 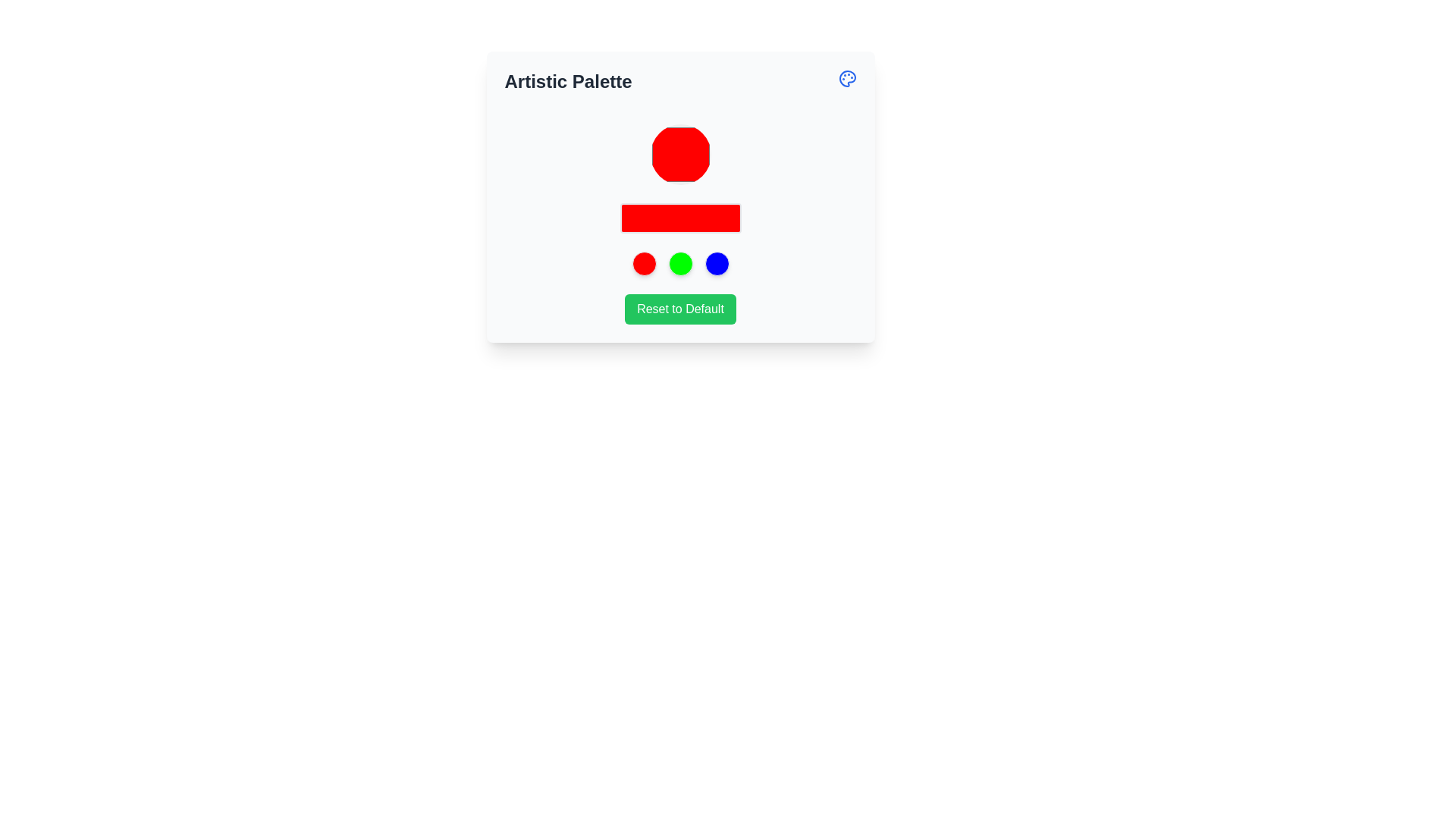 I want to click on the rectangular decorative block with a red background, located within the 'Artistic Palette' card, centrally positioned beneath a larger red octagonal shape, so click(x=679, y=218).